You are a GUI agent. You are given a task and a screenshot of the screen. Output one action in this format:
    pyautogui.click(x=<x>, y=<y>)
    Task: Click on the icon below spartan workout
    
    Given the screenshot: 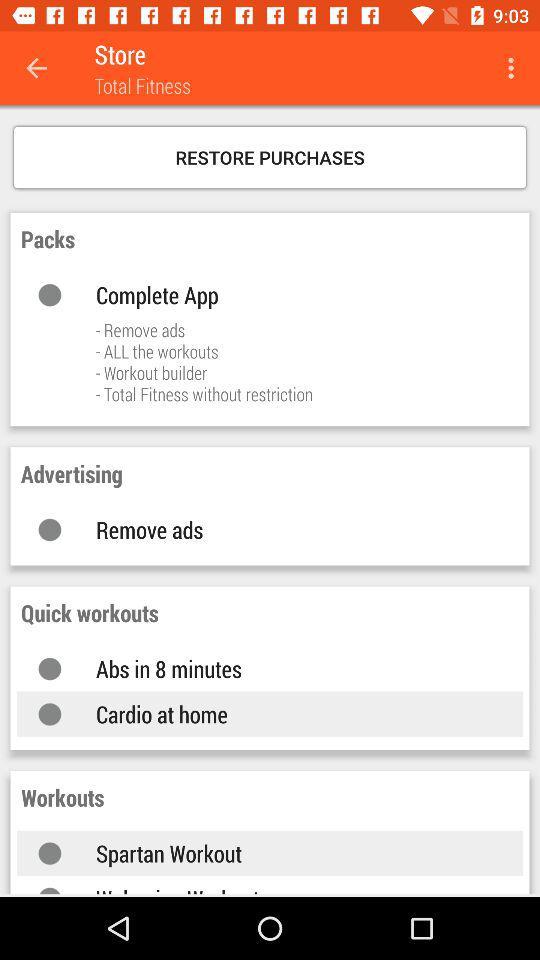 What is the action you would take?
    pyautogui.click(x=288, y=888)
    